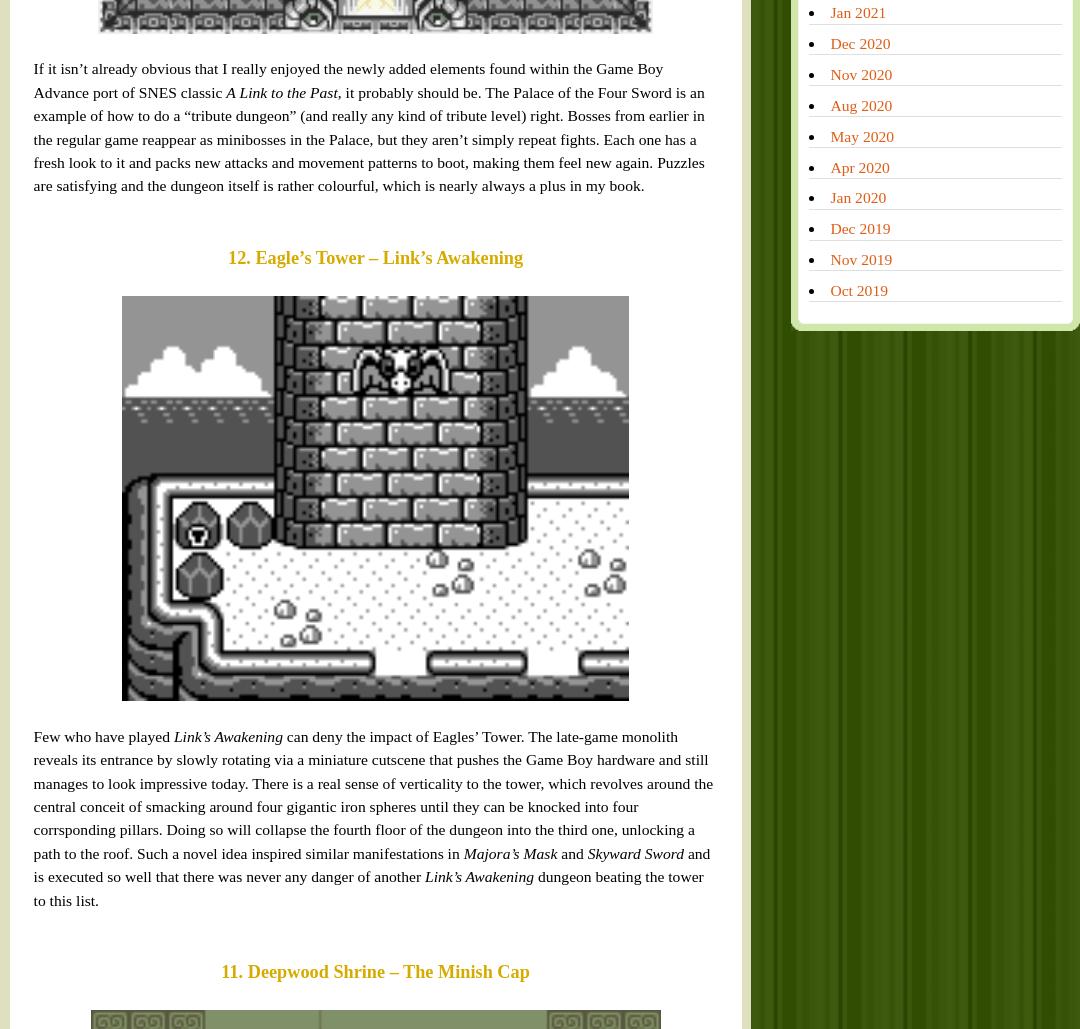 The width and height of the screenshot is (1080, 1029). Describe the element at coordinates (714, 703) in the screenshot. I see `'Jun 2015'` at that location.